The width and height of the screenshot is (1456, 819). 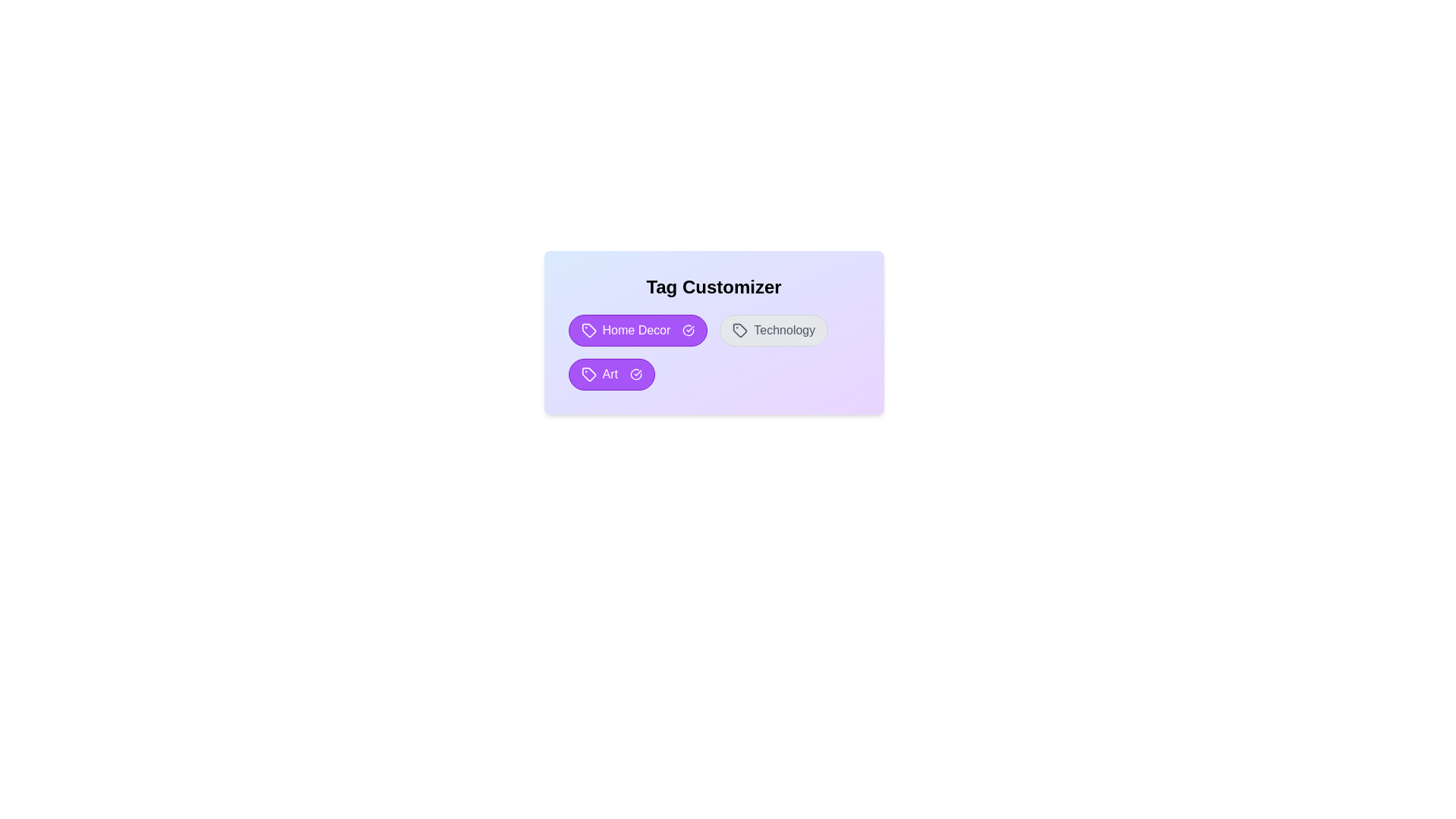 I want to click on the tag Home Decor by clicking on it, so click(x=638, y=329).